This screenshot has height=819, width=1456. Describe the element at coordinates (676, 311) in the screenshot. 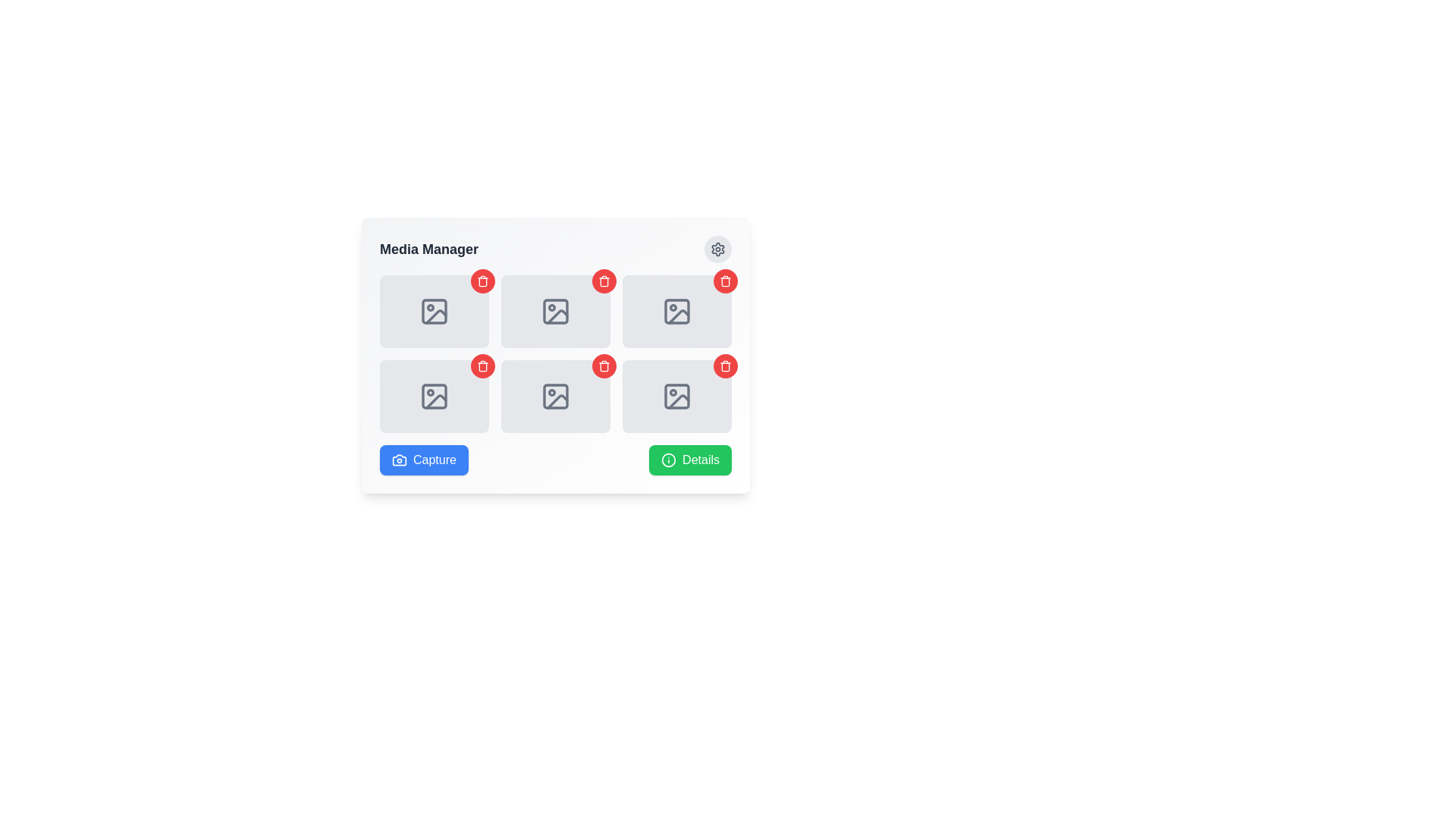

I see `the Image Placeholder with Action Icon located at the bottom-right of a grid` at that location.